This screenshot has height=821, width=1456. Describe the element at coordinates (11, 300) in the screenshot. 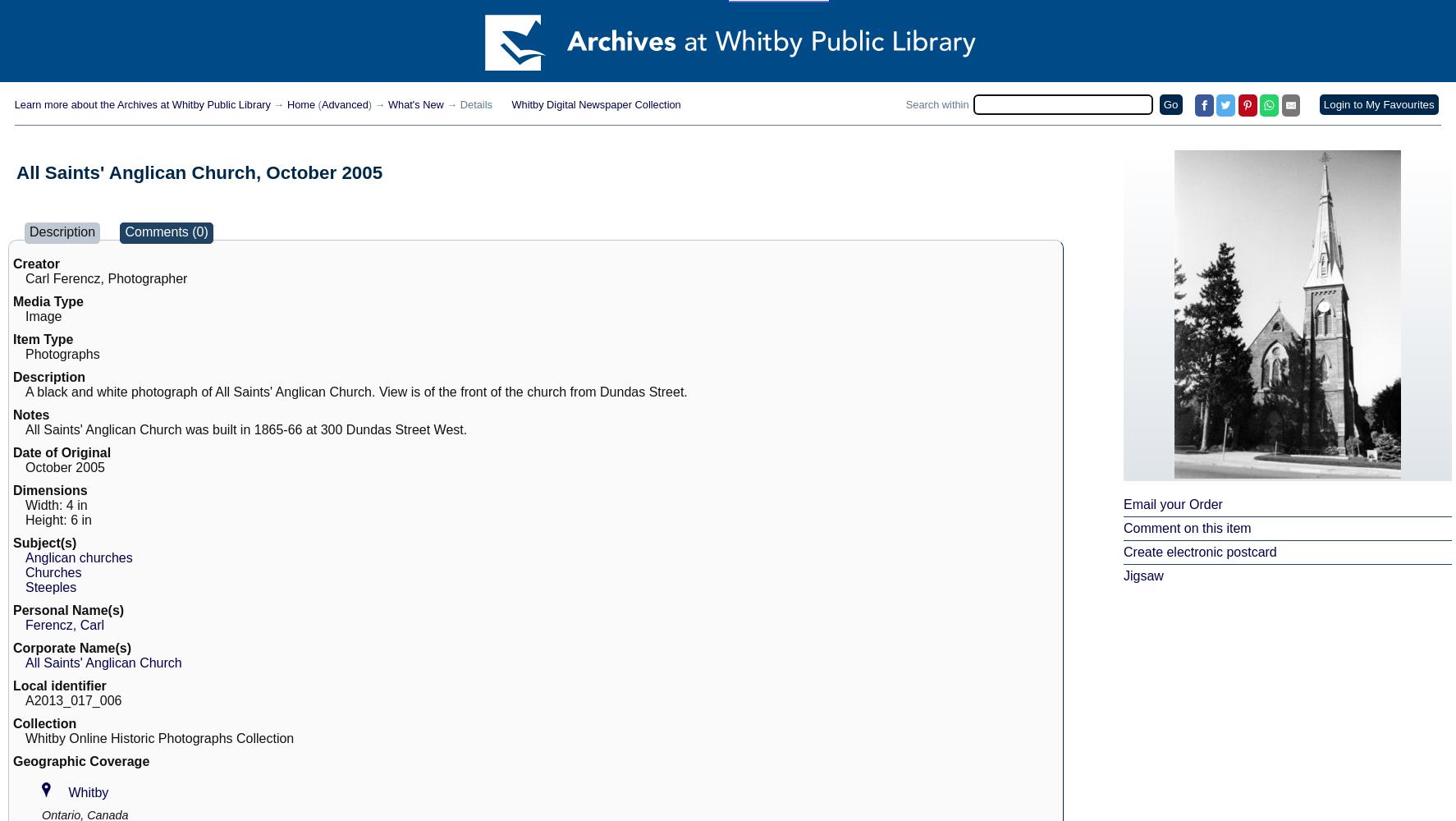

I see `'Media Type'` at that location.